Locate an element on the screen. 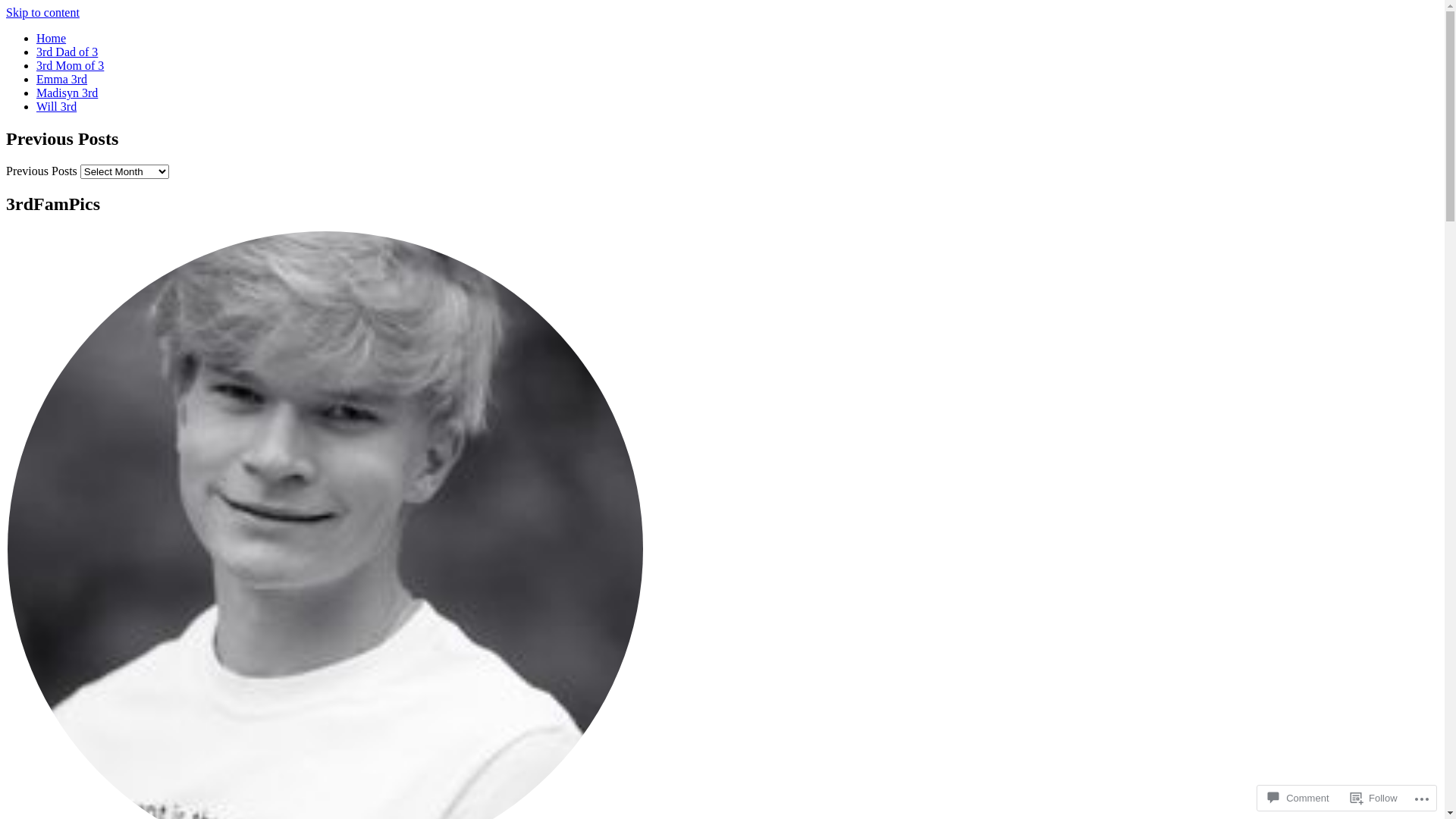  'Home' is located at coordinates (51, 37).